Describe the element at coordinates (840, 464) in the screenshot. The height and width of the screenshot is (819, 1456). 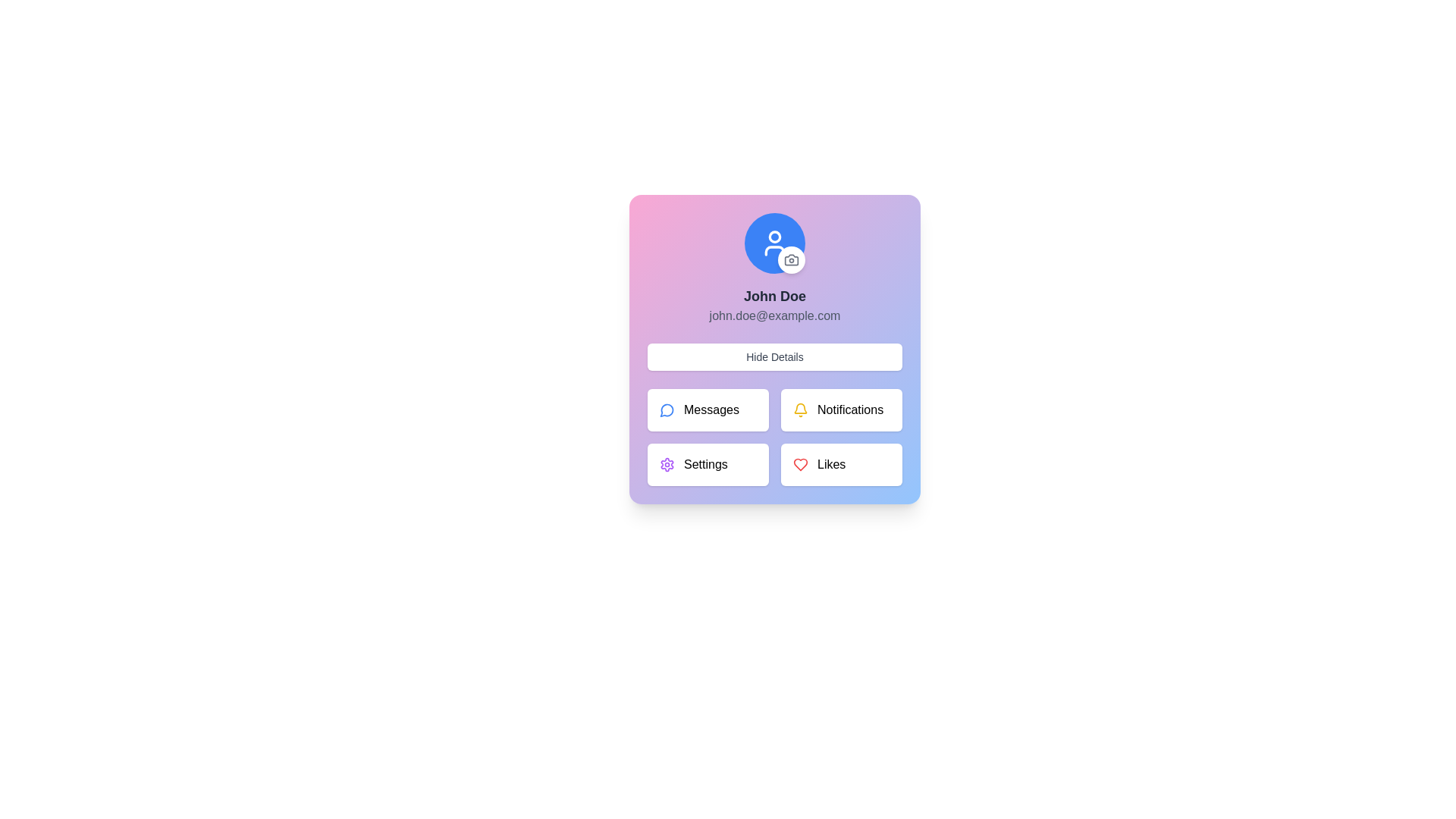
I see `the button in the bottom-right corner of the grid layout` at that location.